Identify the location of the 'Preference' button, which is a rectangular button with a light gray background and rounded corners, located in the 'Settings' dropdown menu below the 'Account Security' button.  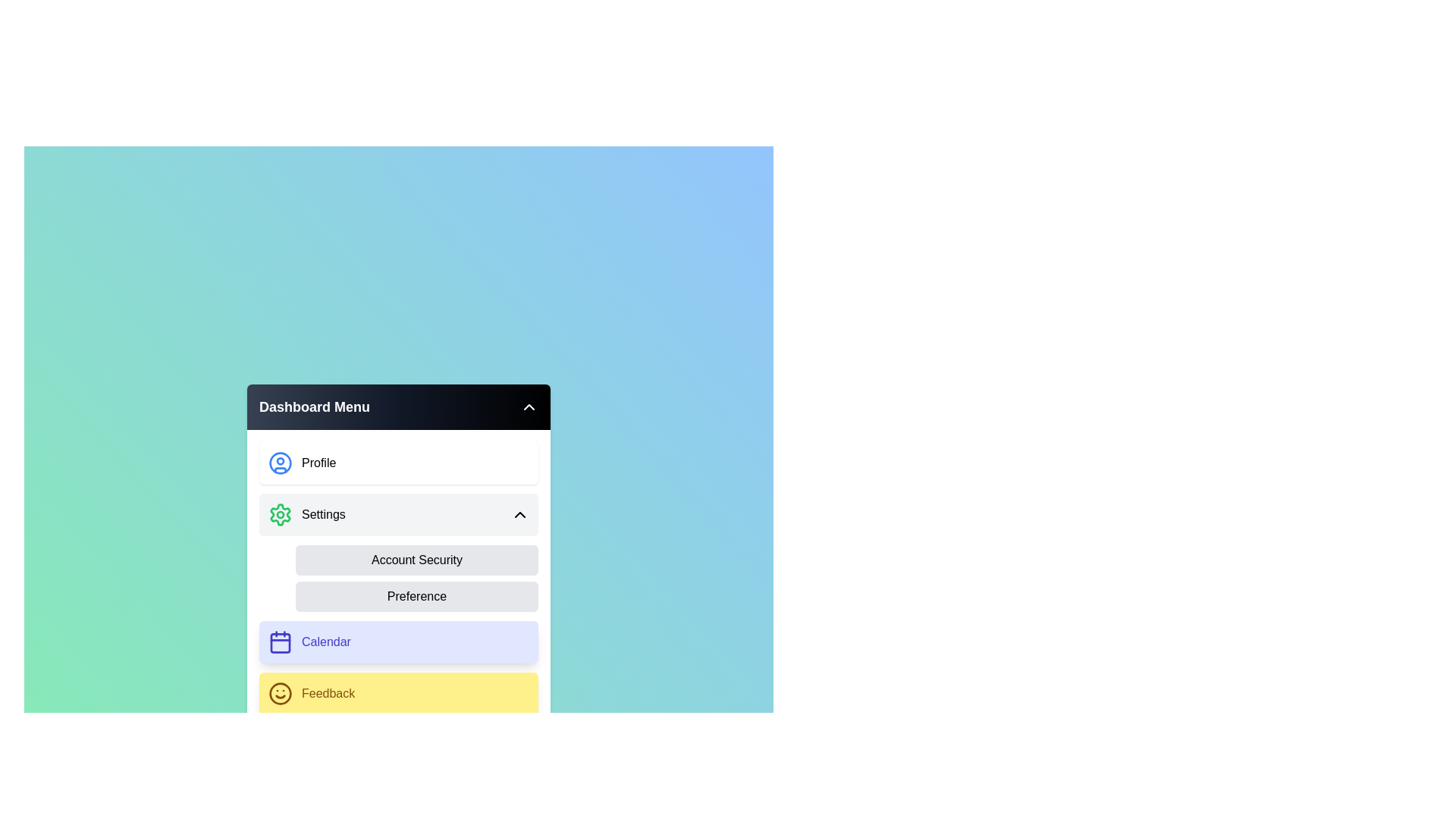
(417, 595).